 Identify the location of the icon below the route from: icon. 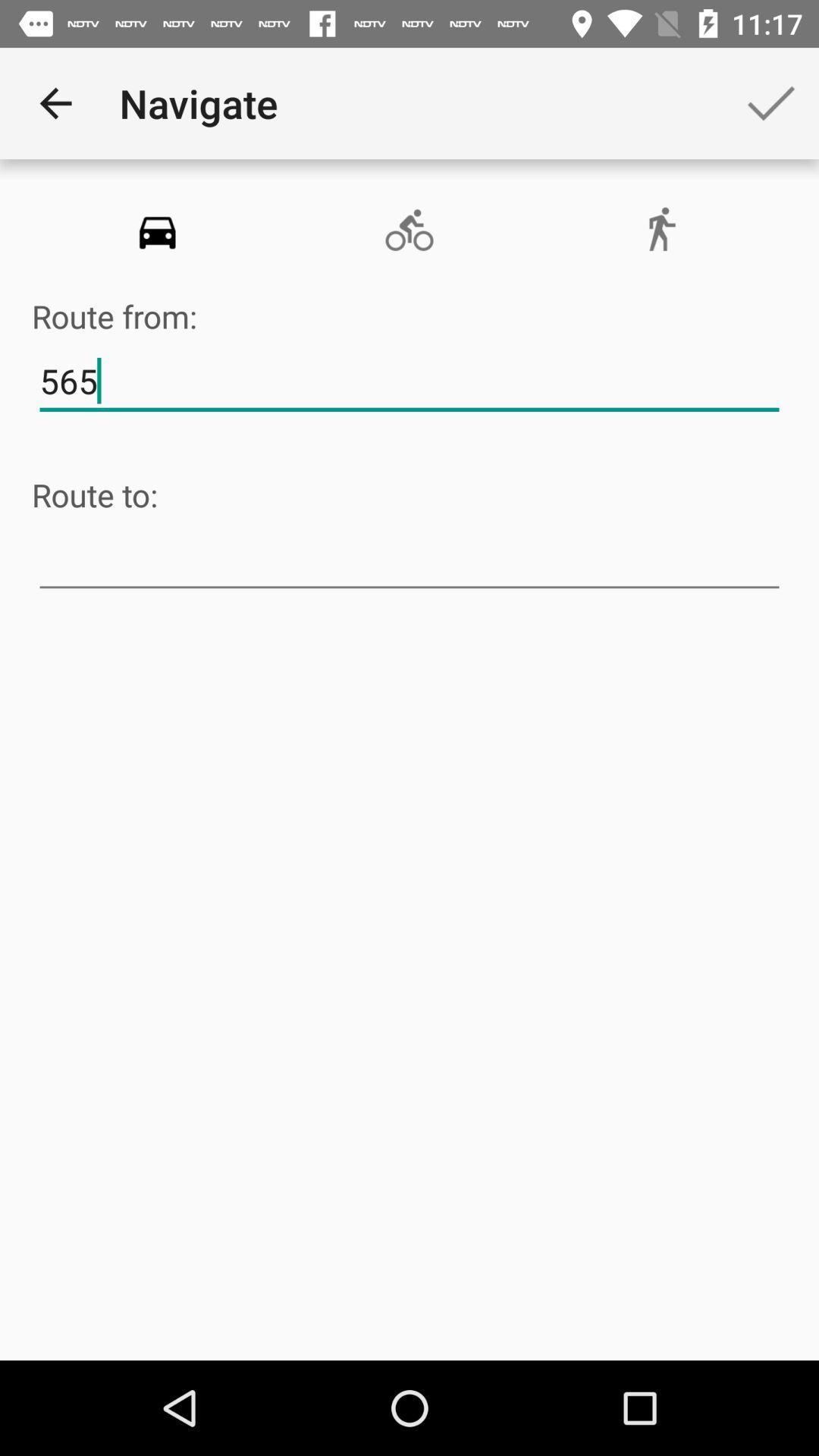
(409, 381).